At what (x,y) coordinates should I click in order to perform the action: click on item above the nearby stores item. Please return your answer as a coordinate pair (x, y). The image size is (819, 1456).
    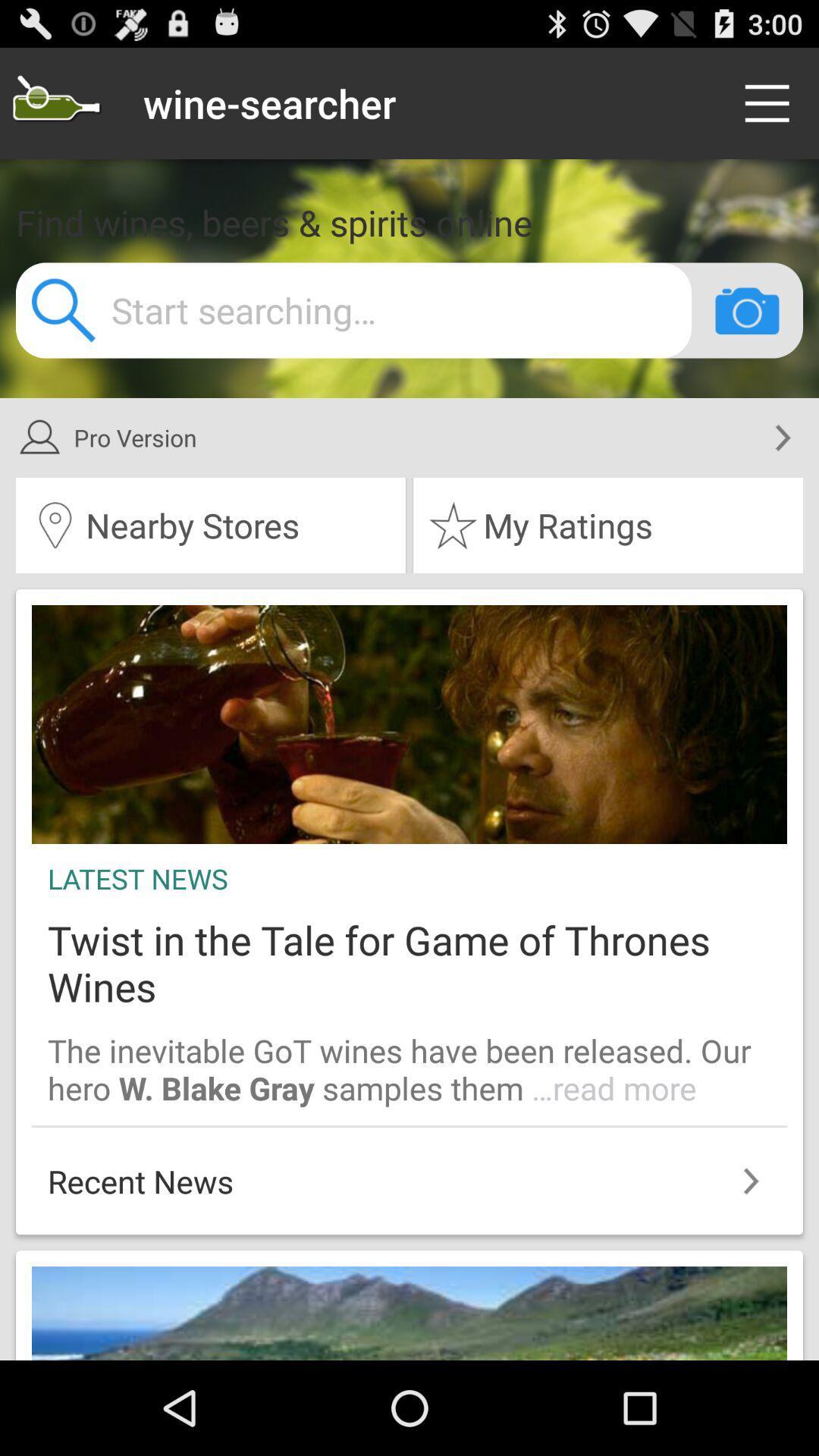
    Looking at the image, I should click on (388, 437).